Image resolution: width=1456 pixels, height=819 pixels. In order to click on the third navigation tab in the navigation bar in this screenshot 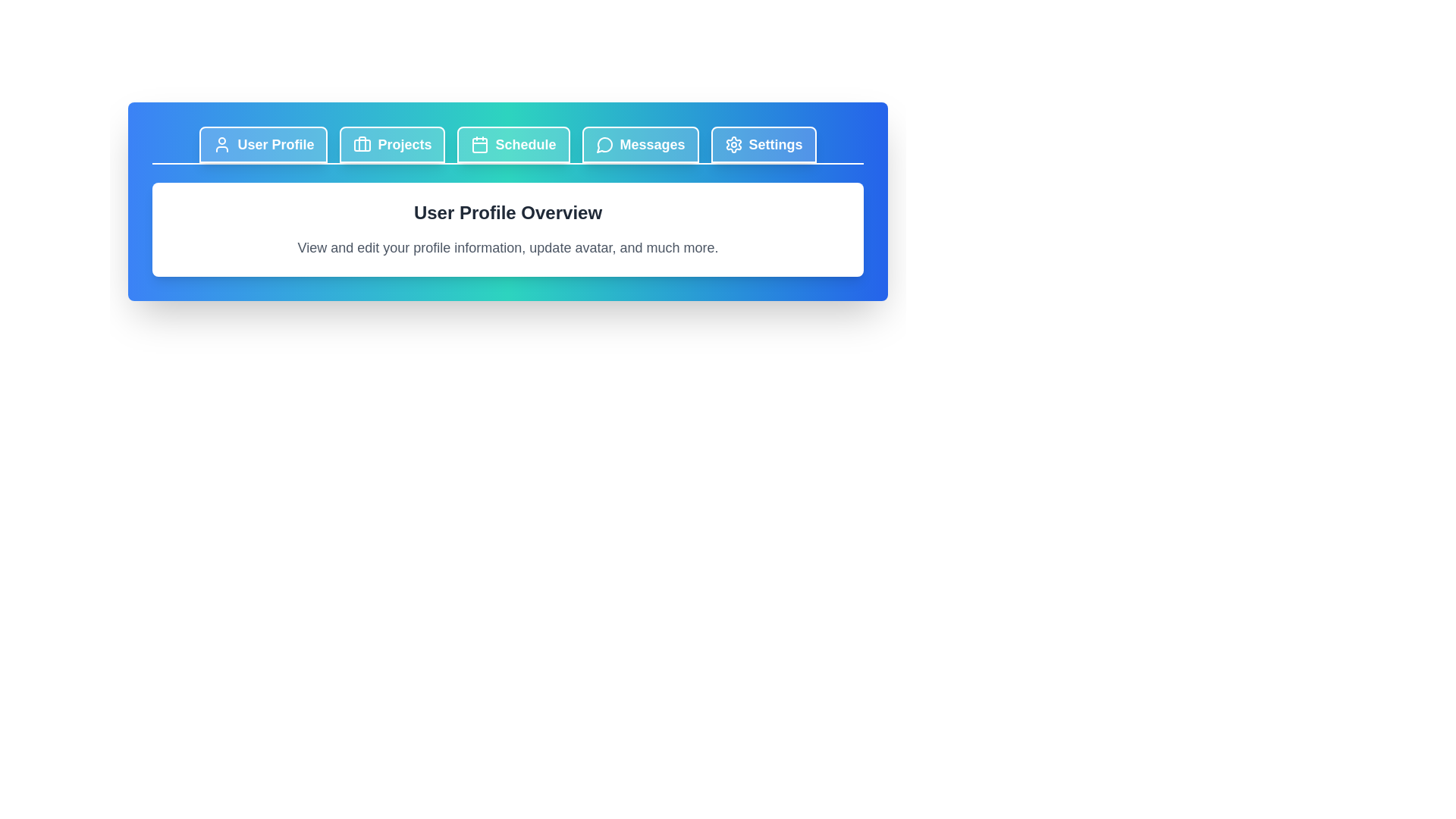, I will do `click(508, 146)`.